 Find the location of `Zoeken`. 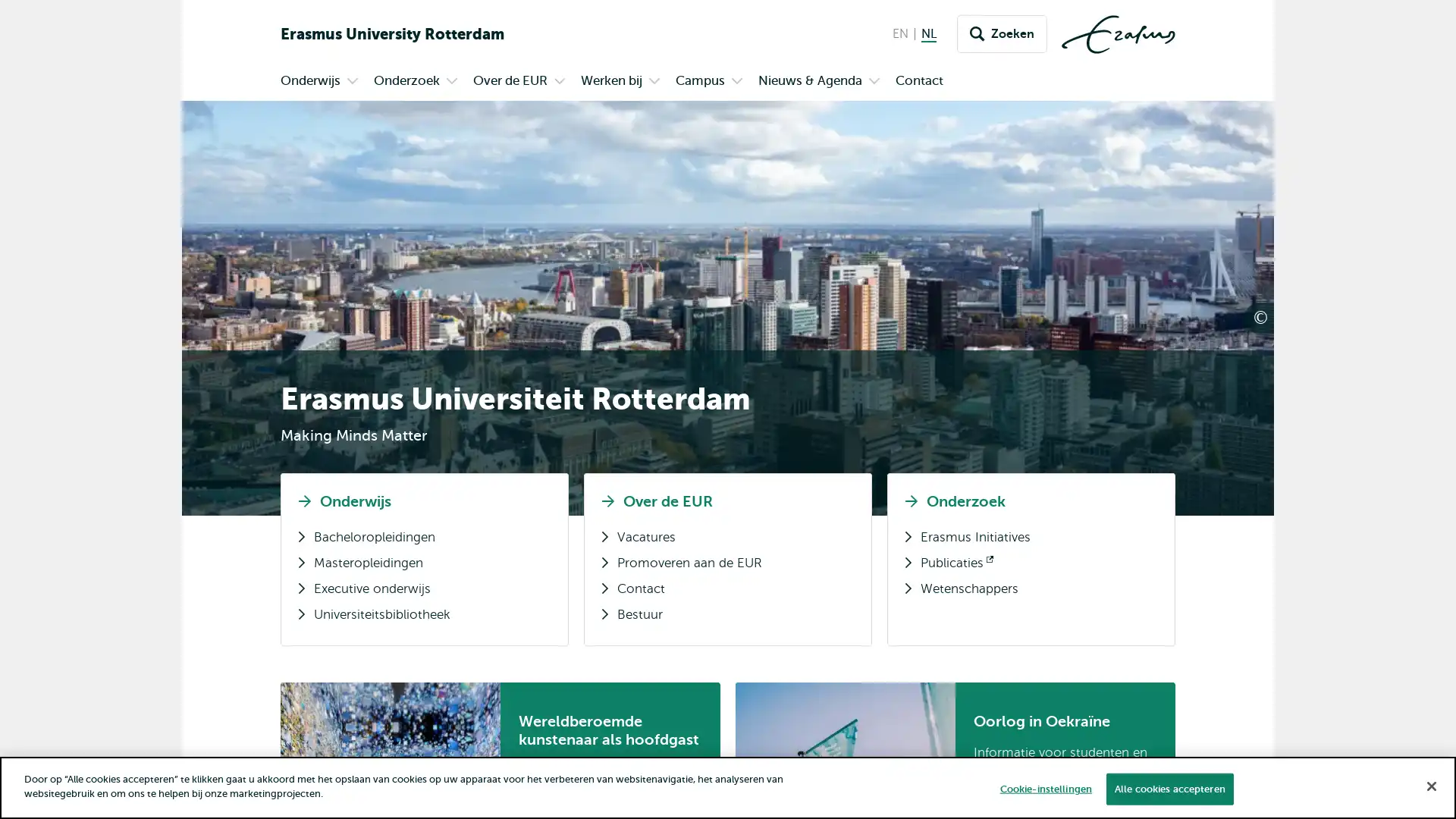

Zoeken is located at coordinates (1002, 34).